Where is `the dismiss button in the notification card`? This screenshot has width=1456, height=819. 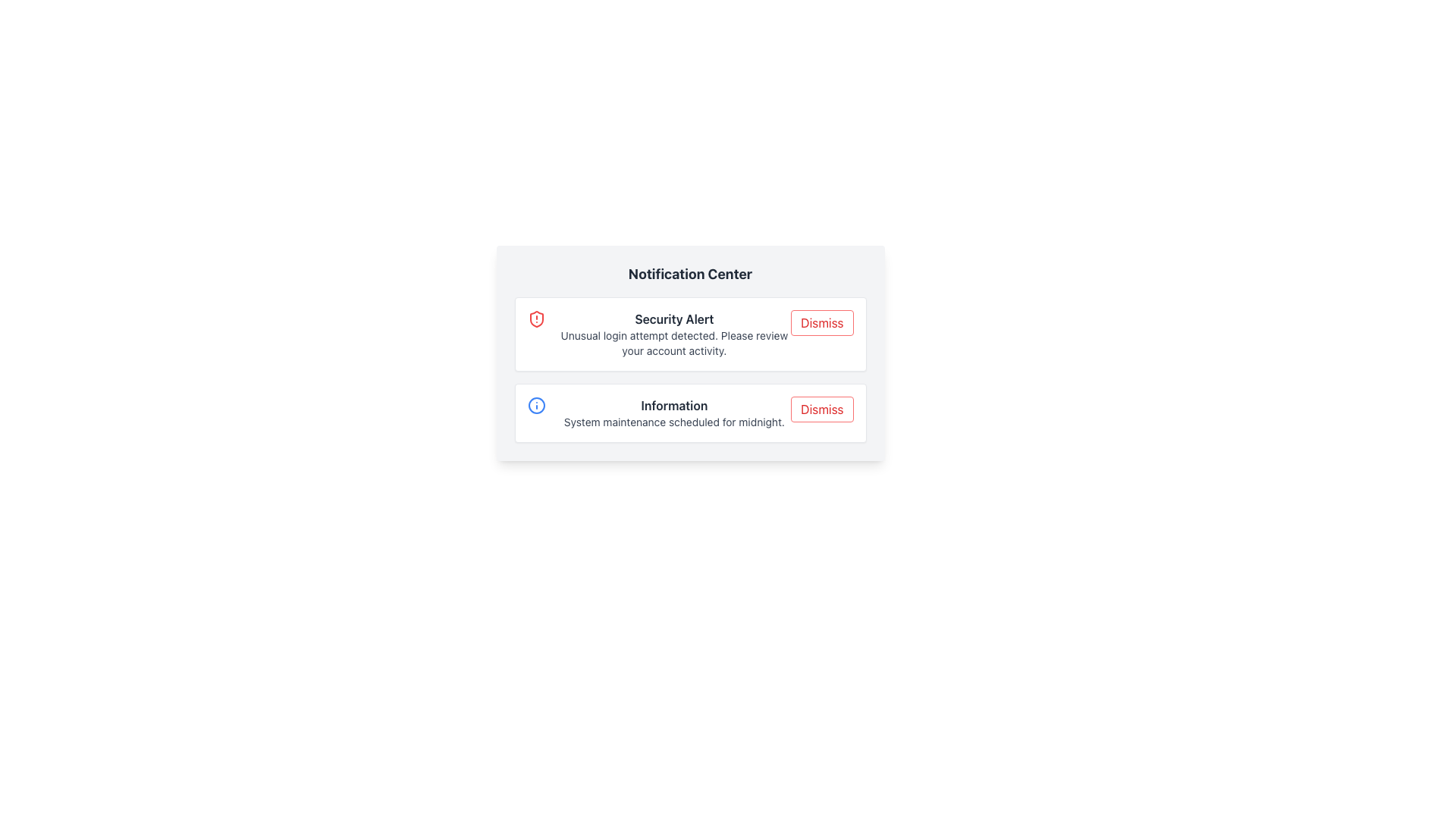
the dismiss button in the notification card is located at coordinates (821, 409).